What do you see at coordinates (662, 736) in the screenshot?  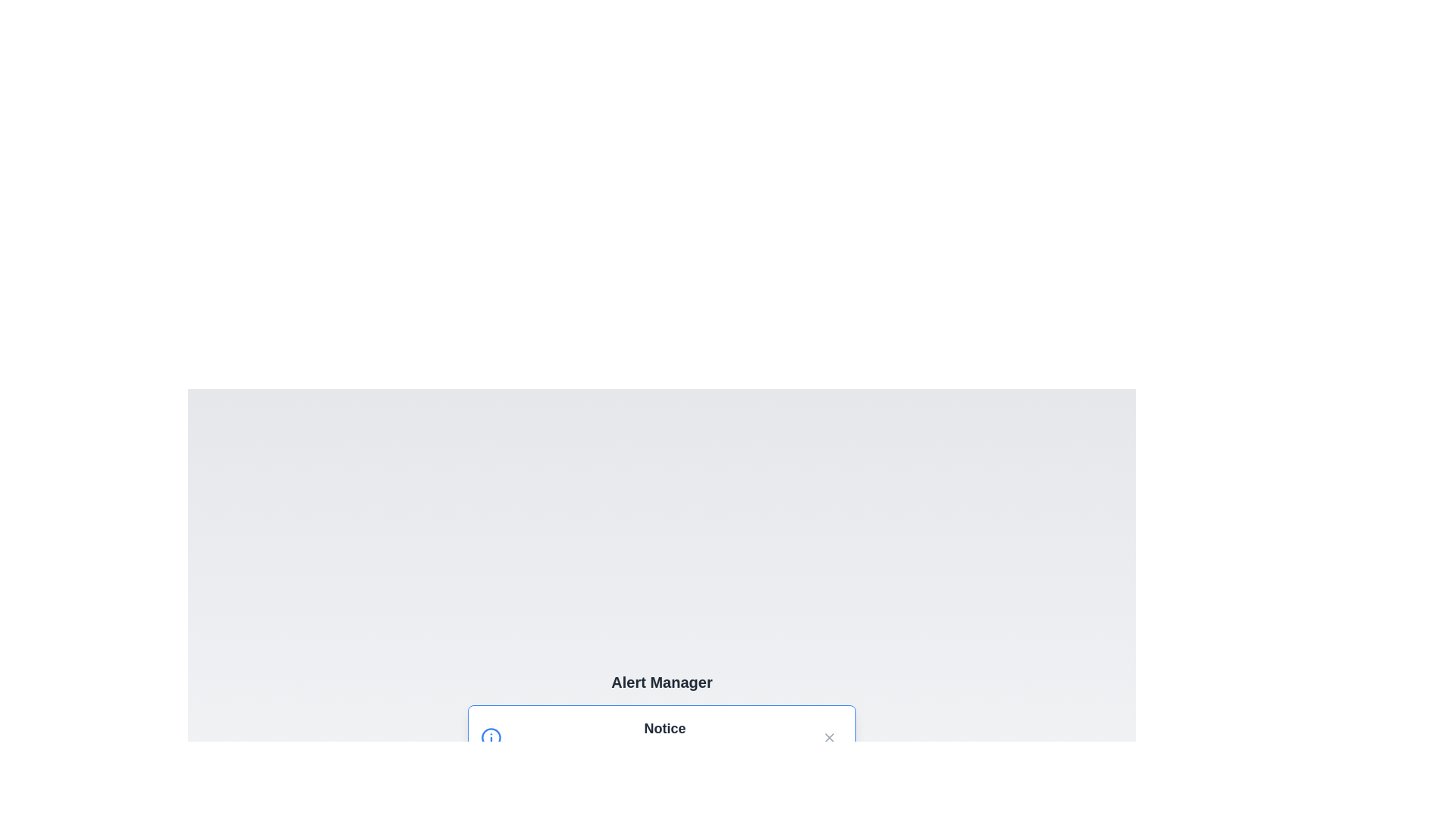 I see `the alert to expand and view its title and details` at bounding box center [662, 736].